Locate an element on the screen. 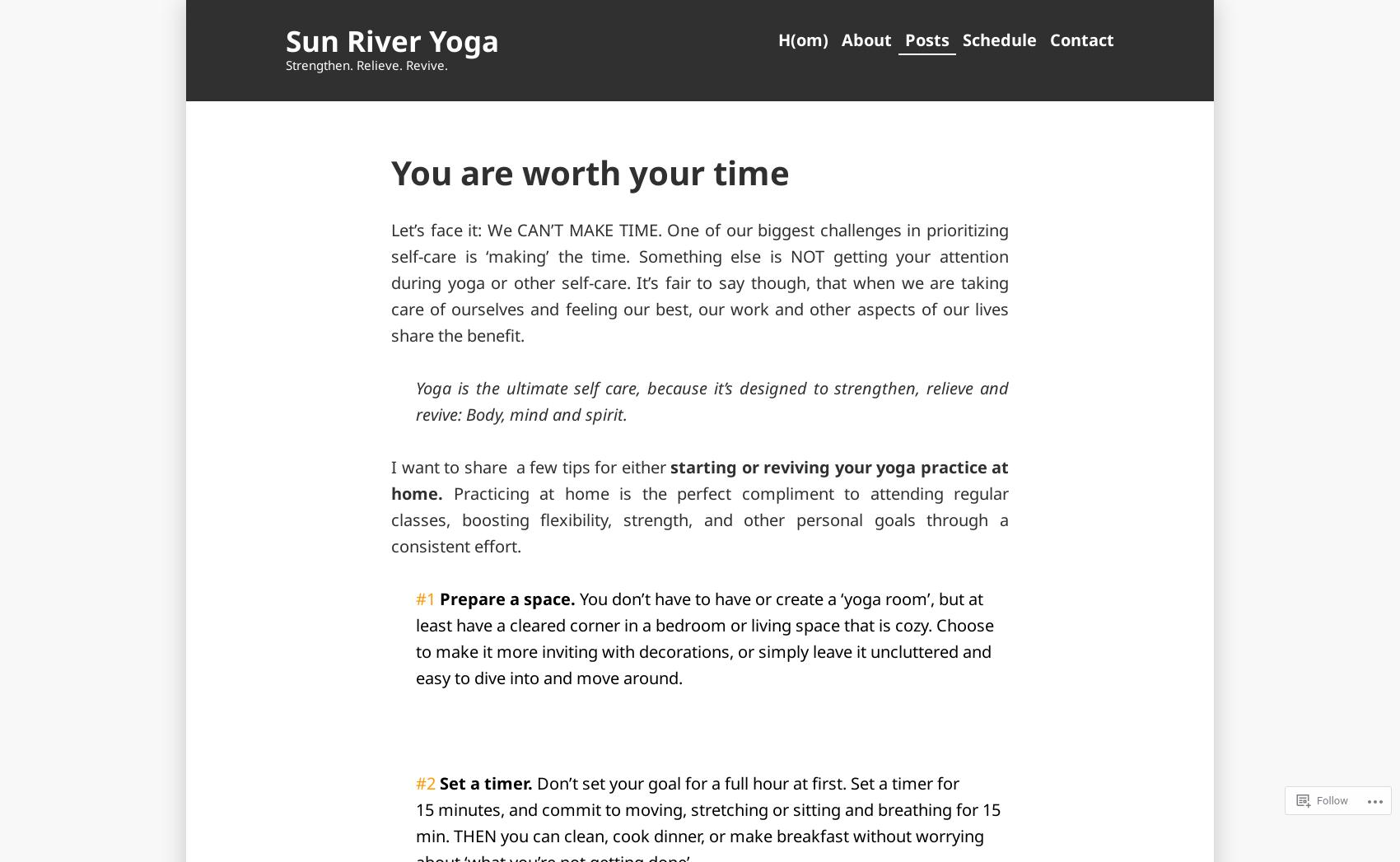 Image resolution: width=1400 pixels, height=862 pixels. 'H(om)' is located at coordinates (802, 39).